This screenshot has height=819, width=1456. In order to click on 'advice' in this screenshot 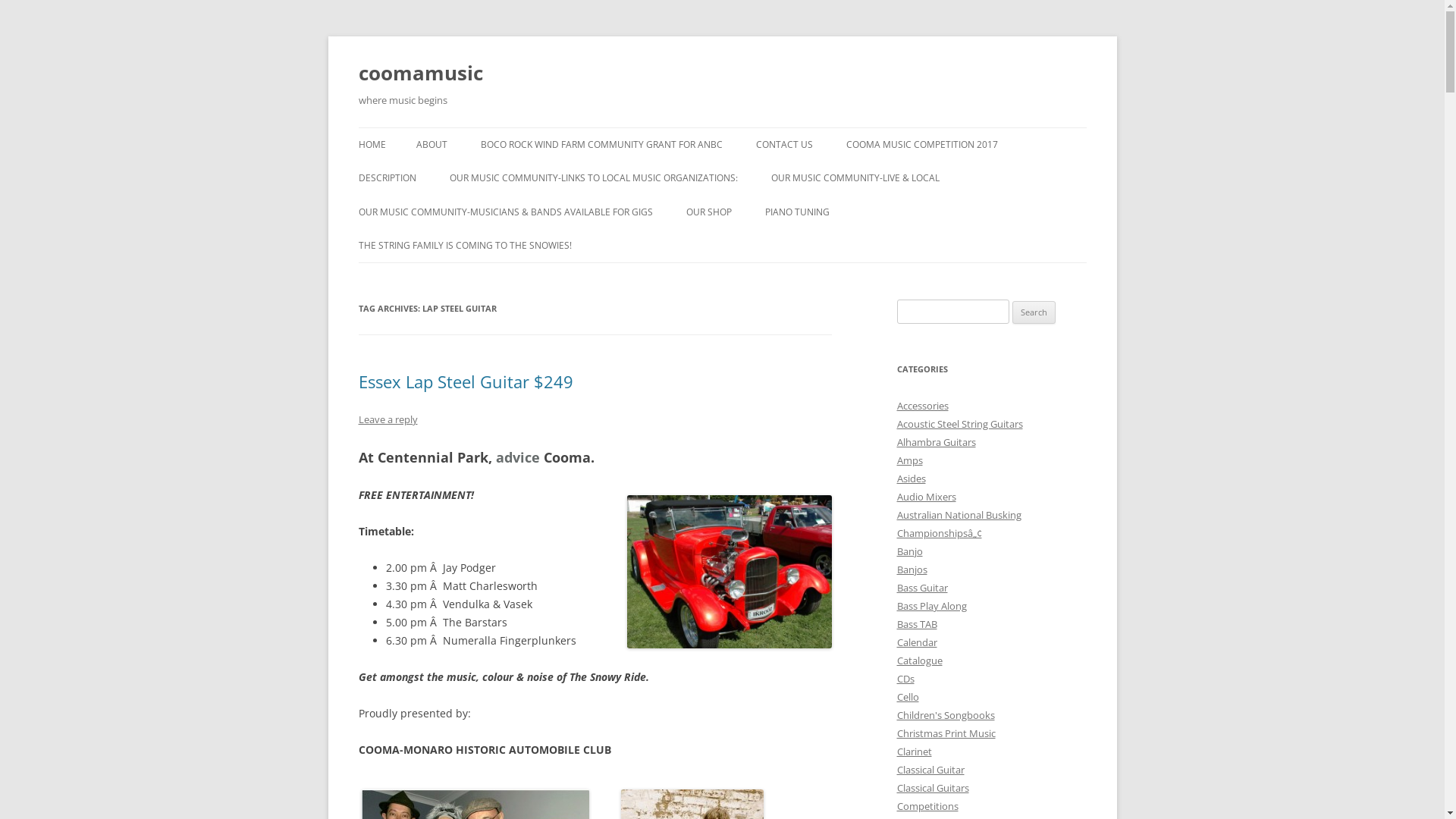, I will do `click(517, 456)`.